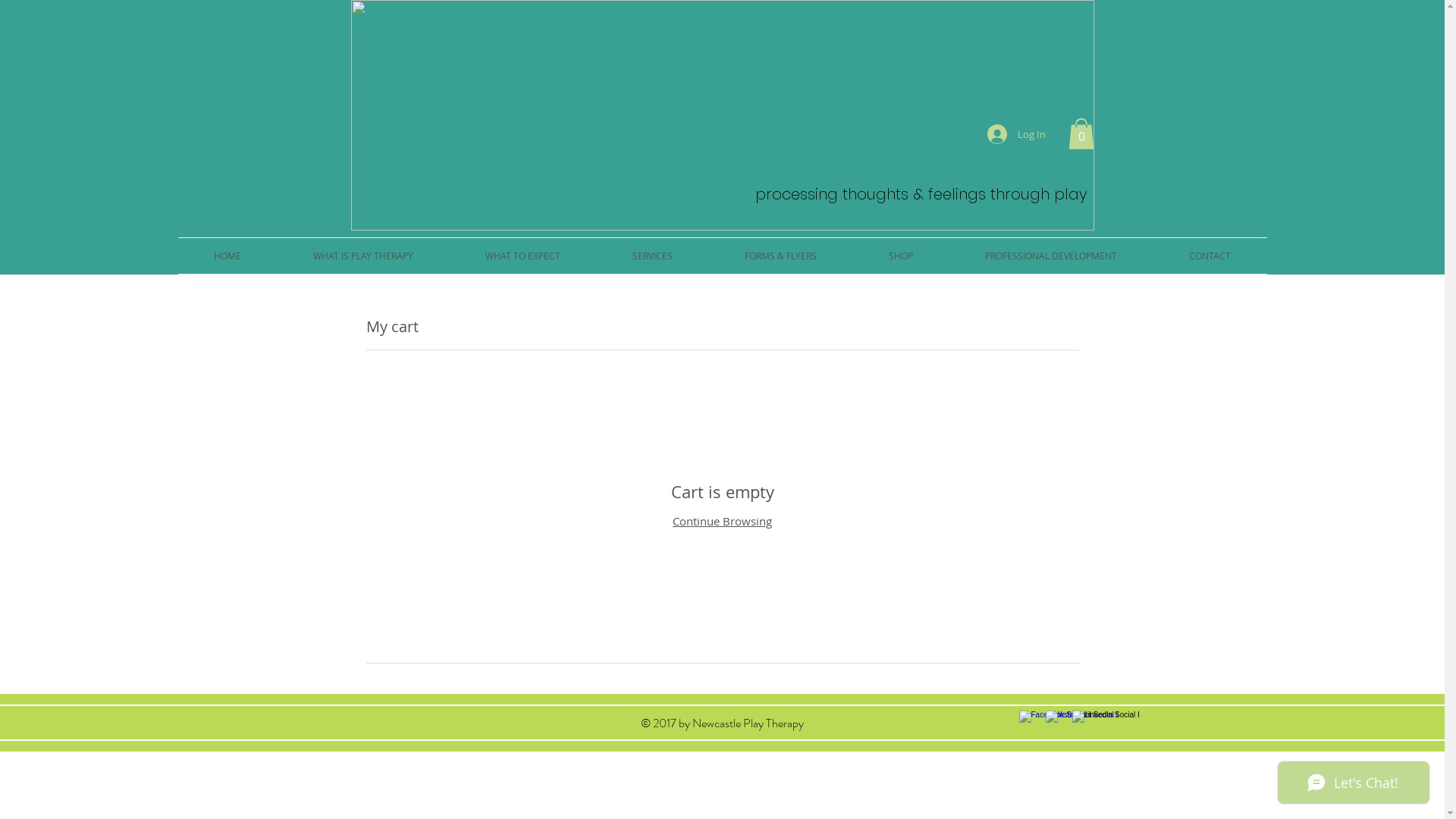 The height and width of the screenshot is (819, 1456). What do you see at coordinates (226, 255) in the screenshot?
I see `'HOME'` at bounding box center [226, 255].